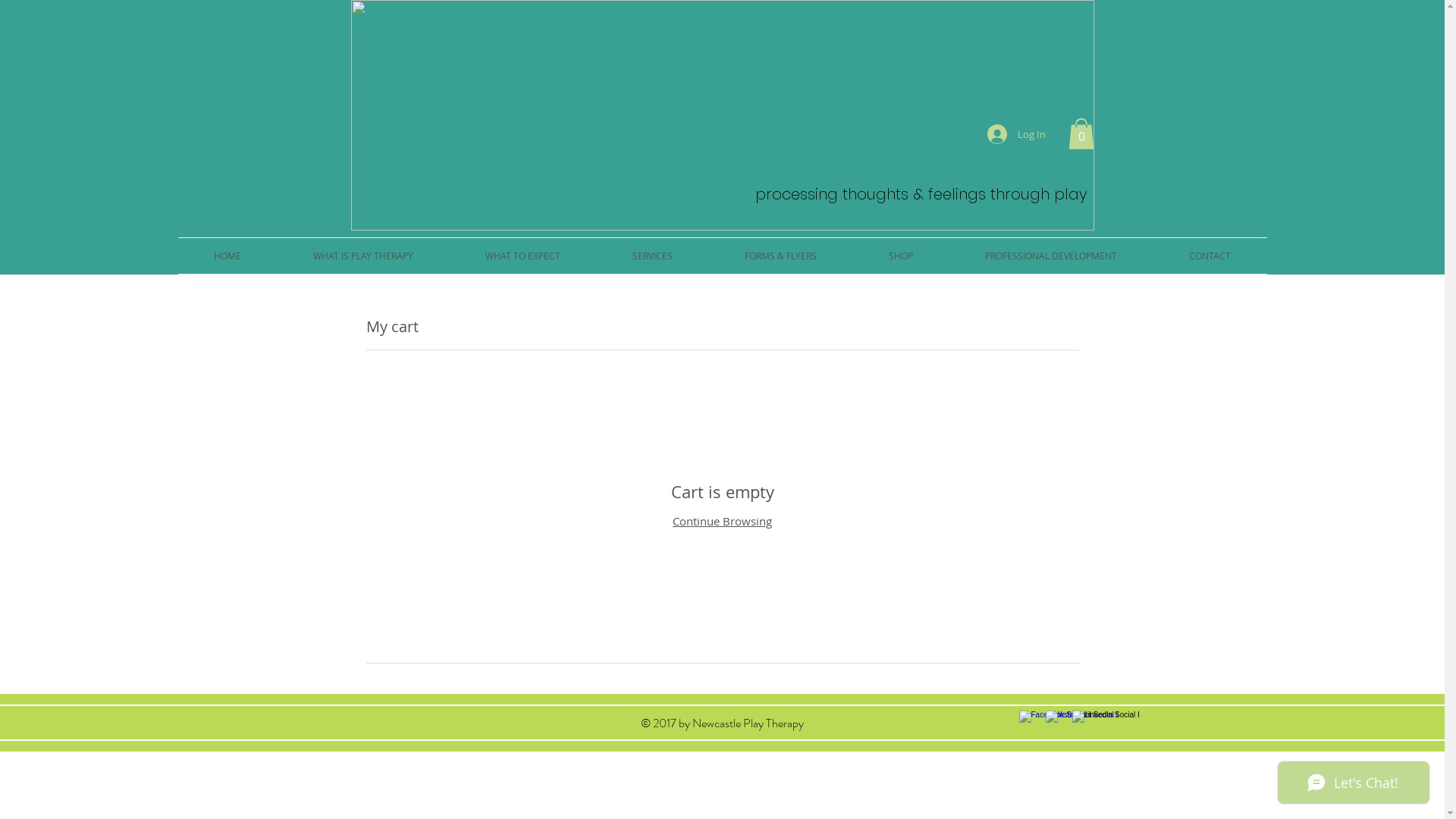 The height and width of the screenshot is (819, 1456). What do you see at coordinates (226, 255) in the screenshot?
I see `'HOME'` at bounding box center [226, 255].